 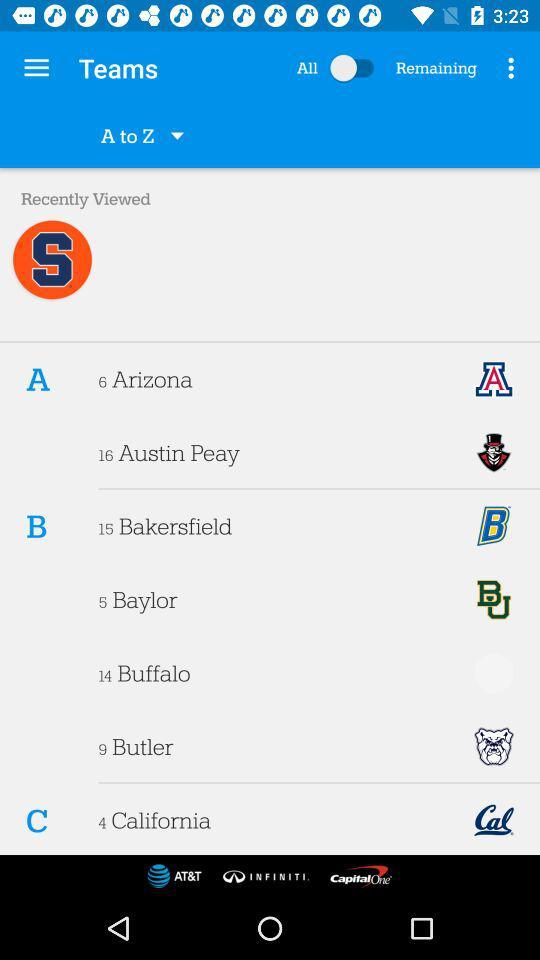 What do you see at coordinates (355, 68) in the screenshot?
I see `menu` at bounding box center [355, 68].